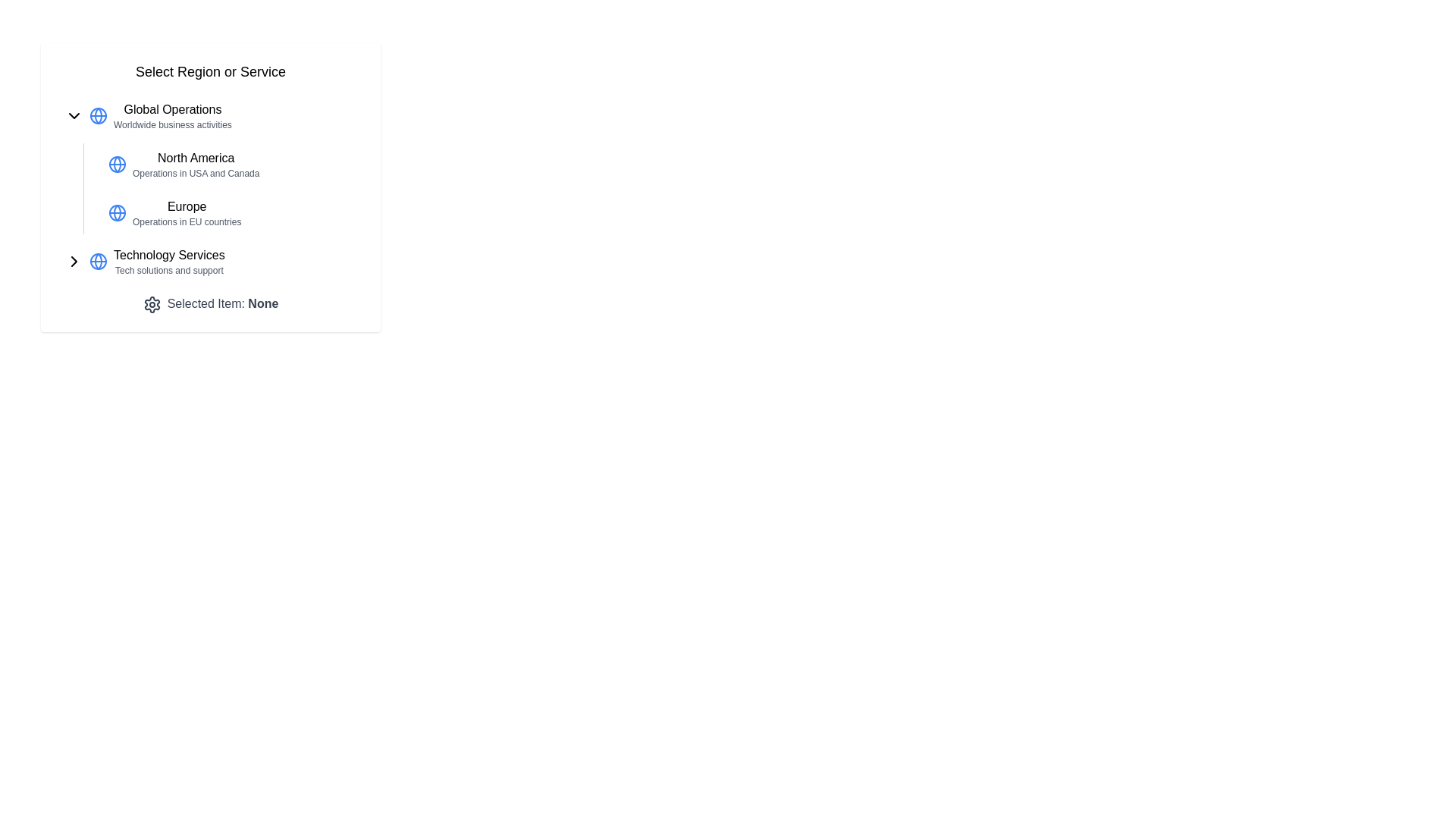  Describe the element at coordinates (73, 115) in the screenshot. I see `the chevron icon to the immediate left of the globe icon in the list item starting with 'Global Operations'` at that location.